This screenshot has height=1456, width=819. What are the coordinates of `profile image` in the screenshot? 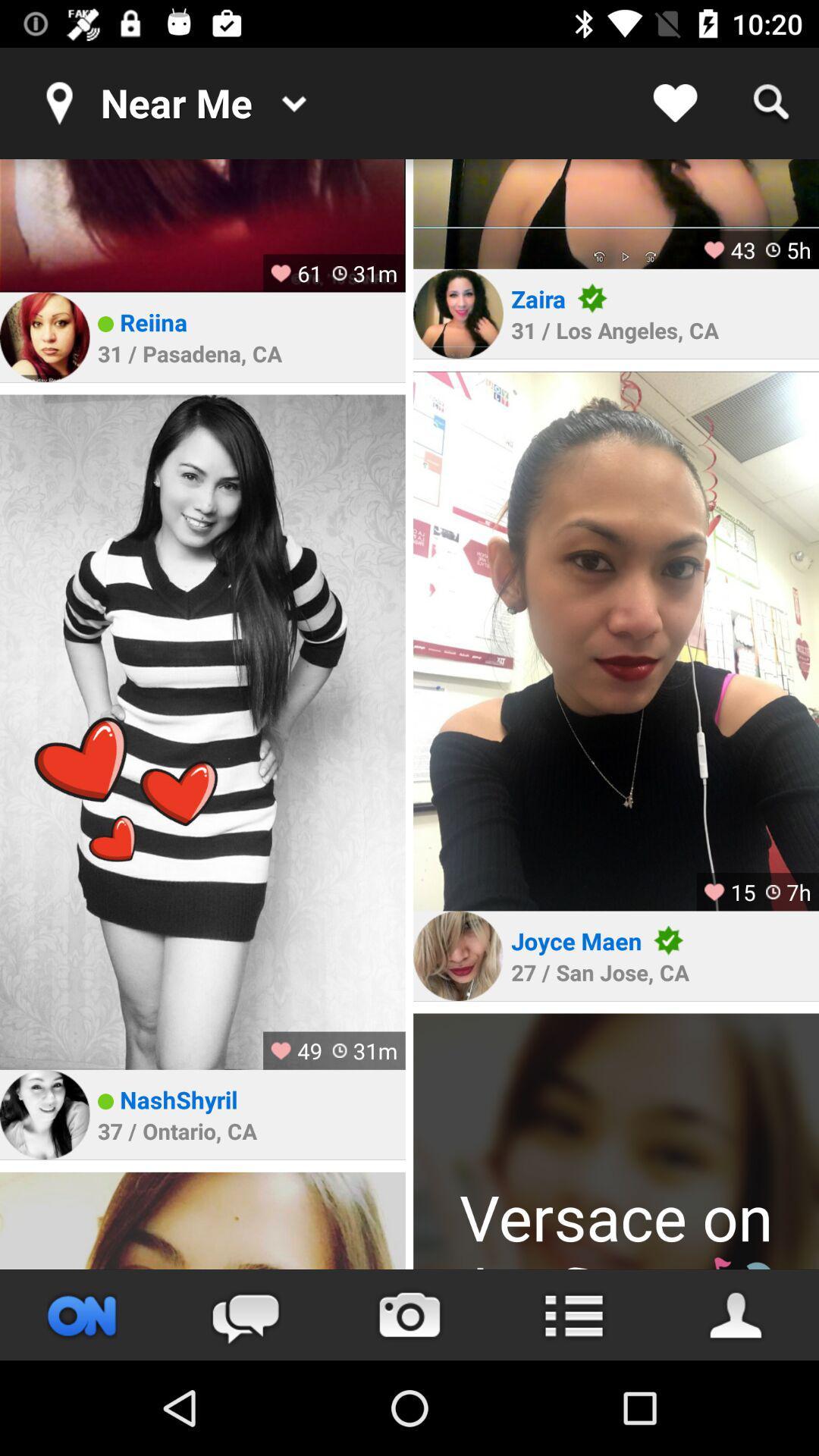 It's located at (616, 1141).